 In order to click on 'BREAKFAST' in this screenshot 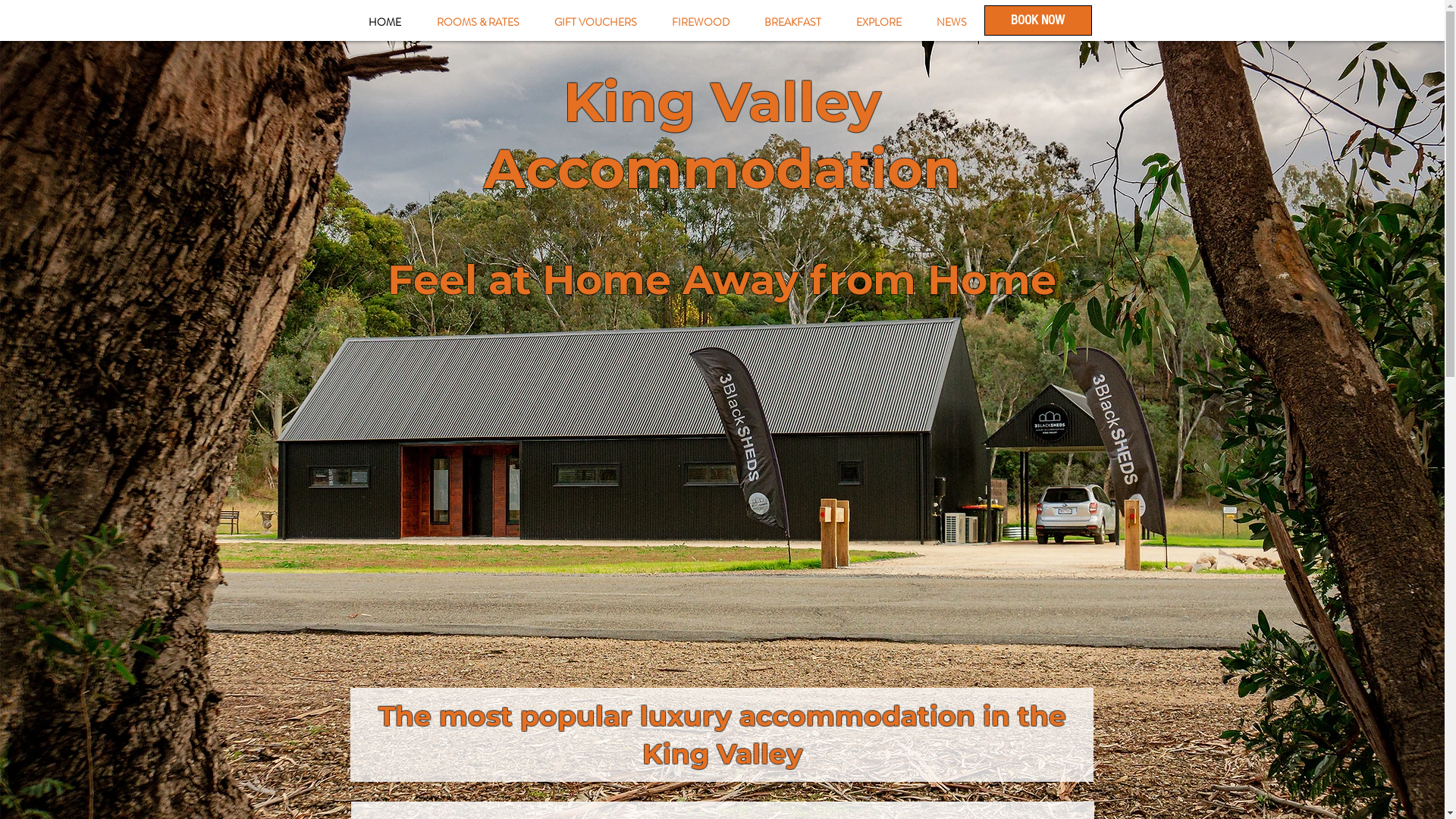, I will do `click(745, 22)`.